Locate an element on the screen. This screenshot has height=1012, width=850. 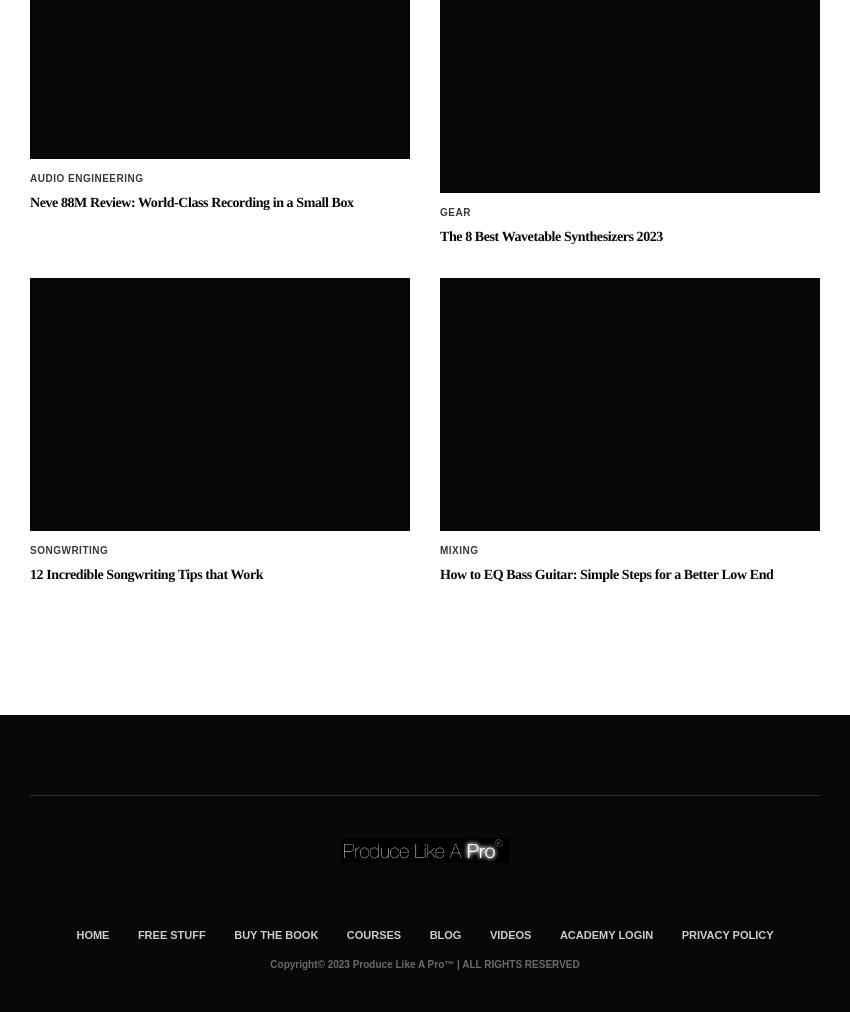
'Songwriting' is located at coordinates (69, 388).